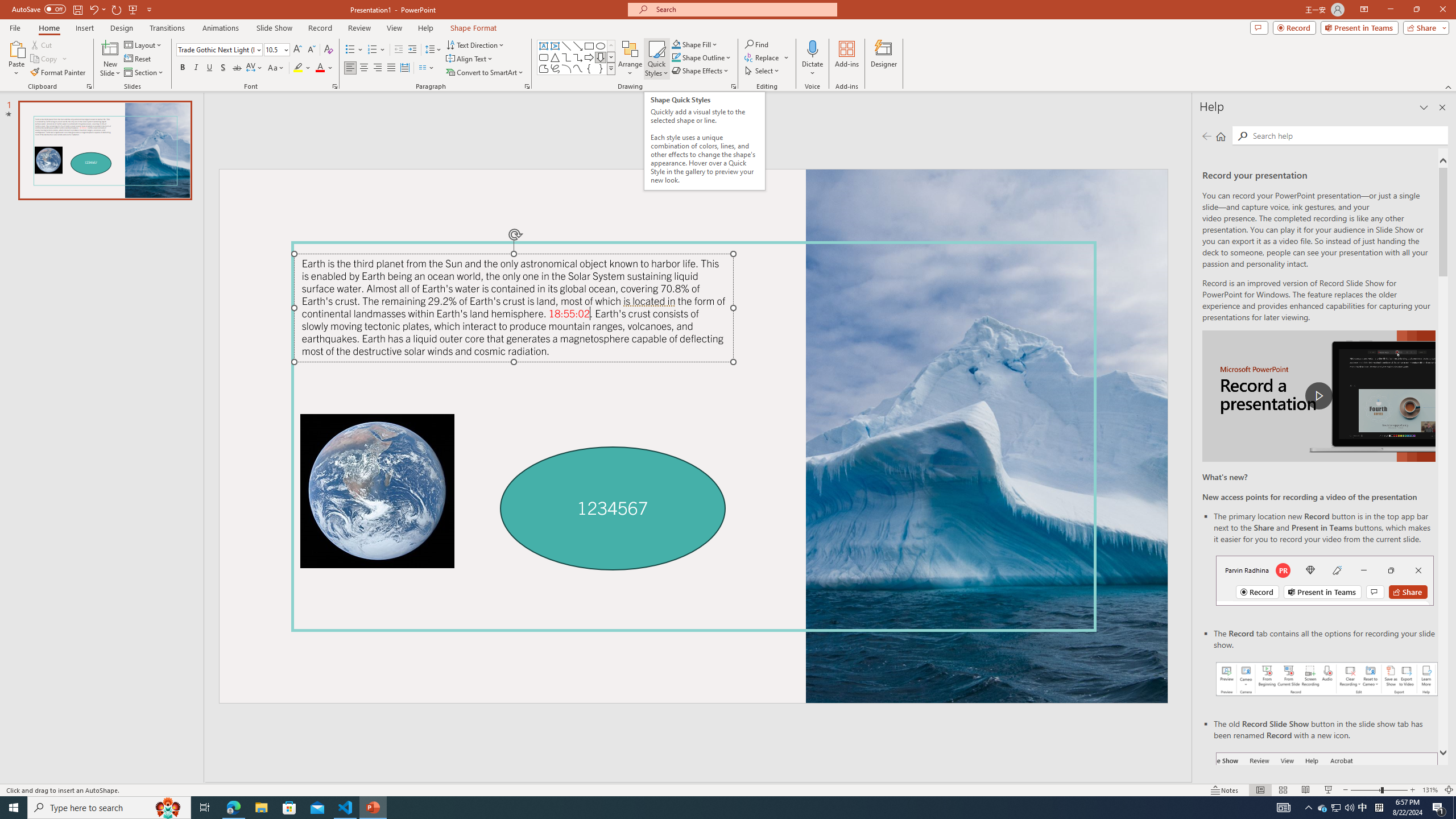  Describe the element at coordinates (1206, 135) in the screenshot. I see `'Previous page'` at that location.